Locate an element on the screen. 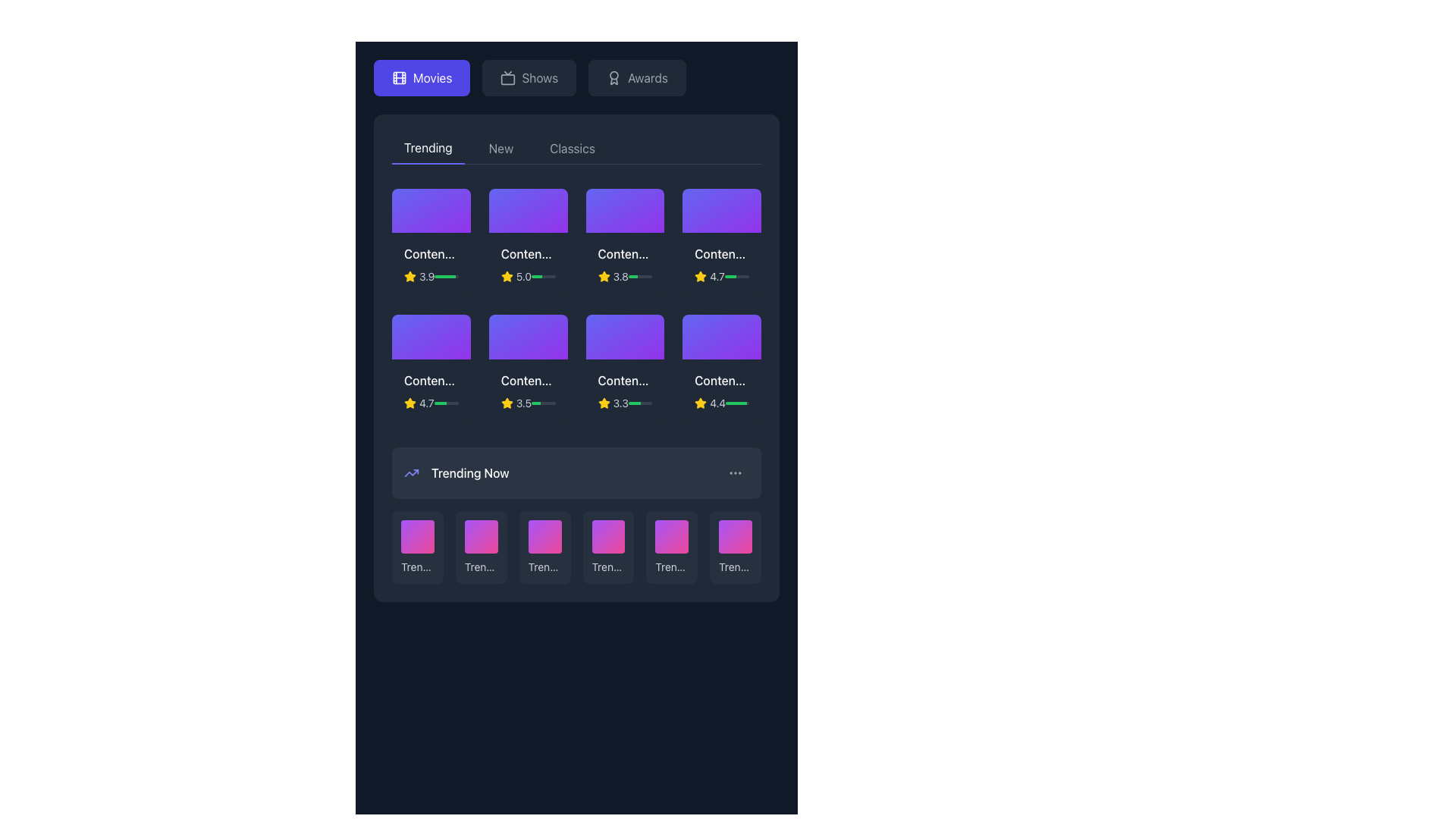 Image resolution: width=1456 pixels, height=819 pixels. the progress bar of the Rating component located below the title 'Content Title 5', which displays a rating of 4.7 is located at coordinates (430, 402).